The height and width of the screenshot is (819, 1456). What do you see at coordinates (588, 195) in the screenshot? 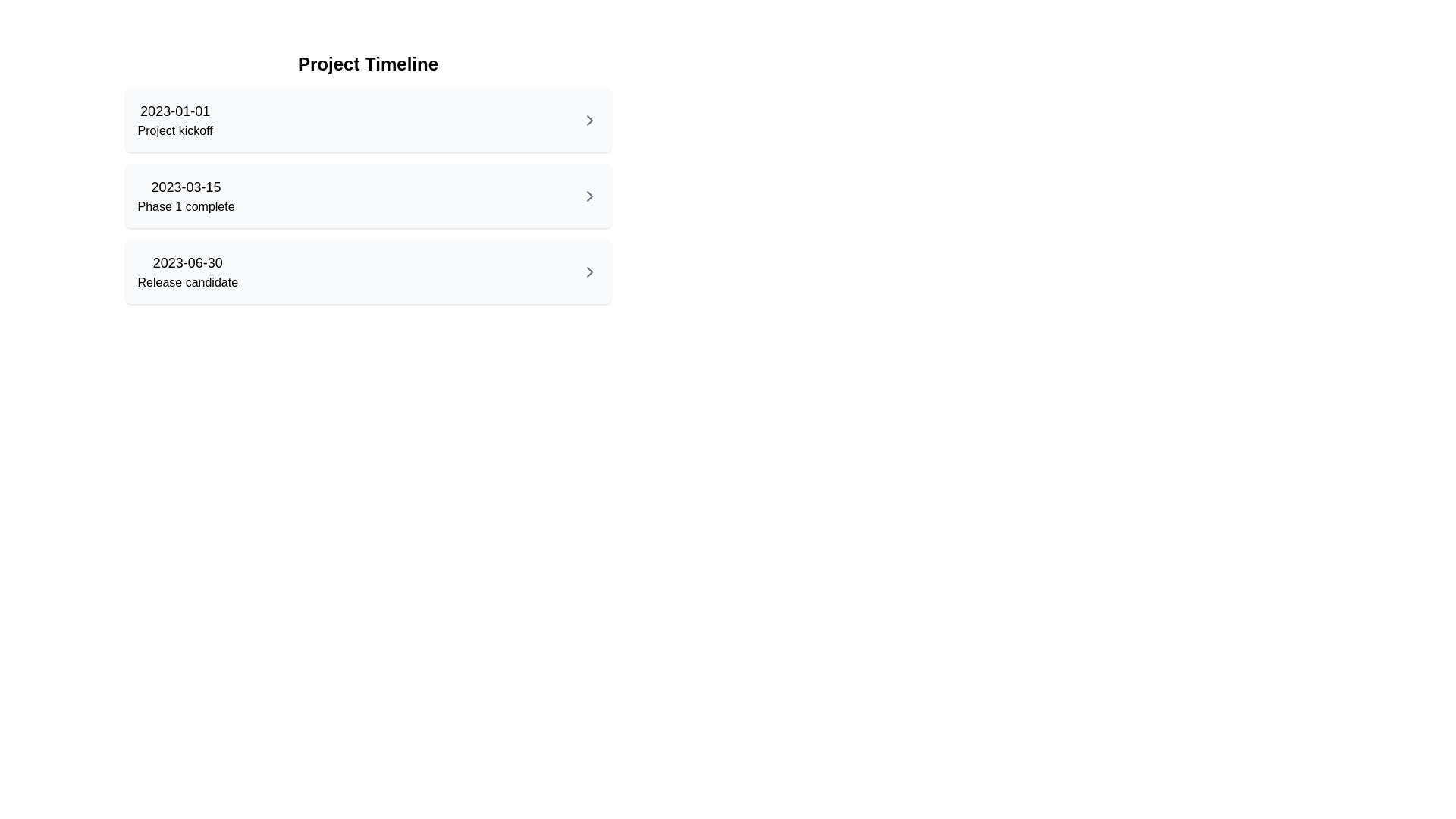
I see `the Icon within the SVG element that indicates actionable functionality for the second item in the milestones list, specifically aligned with the date '2023-03-15 Phase 1 complete.'` at bounding box center [588, 195].